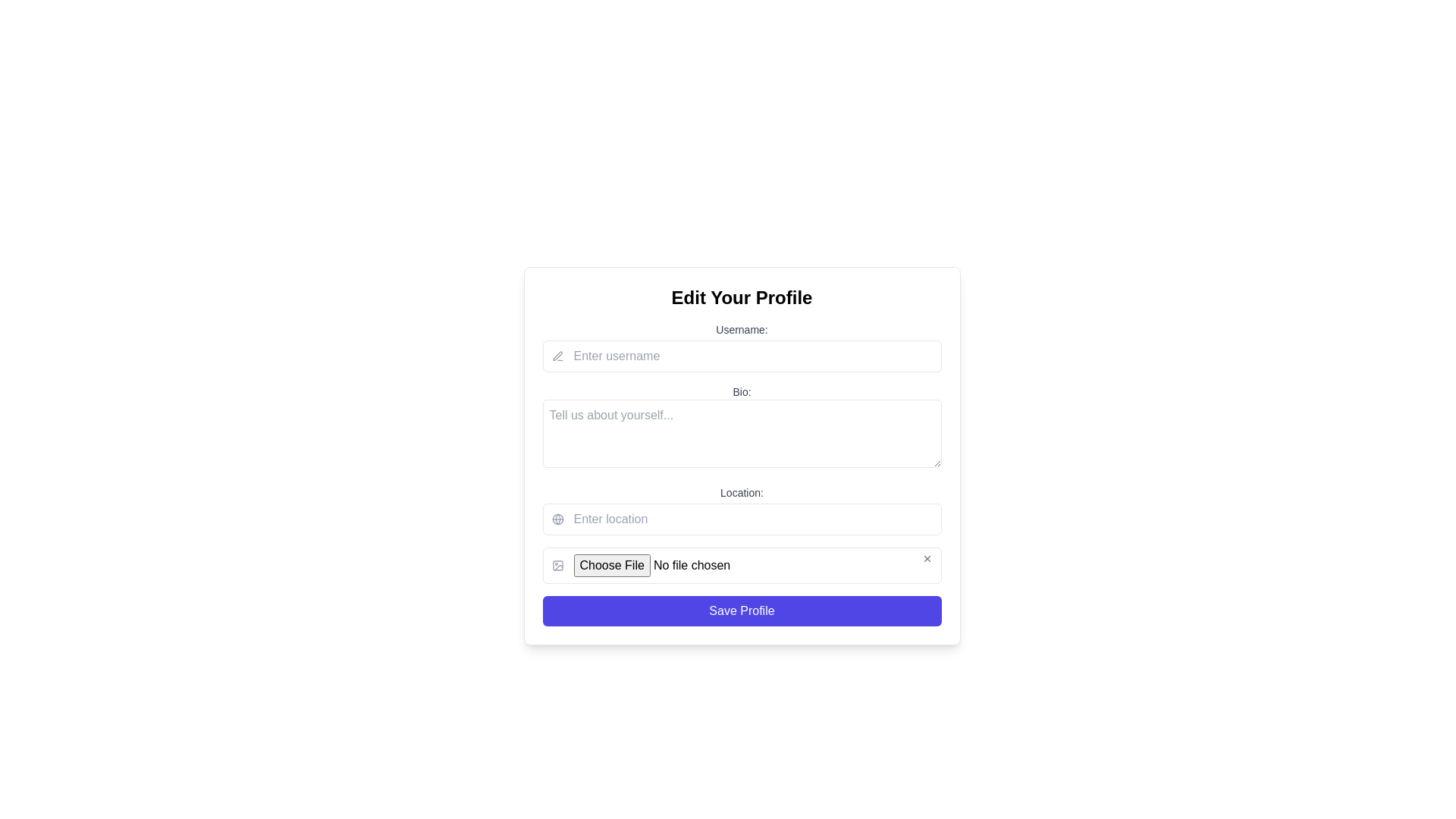  Describe the element at coordinates (742, 565) in the screenshot. I see `the 'Choose File' button of the file input component that displays 'No file chosen'` at that location.